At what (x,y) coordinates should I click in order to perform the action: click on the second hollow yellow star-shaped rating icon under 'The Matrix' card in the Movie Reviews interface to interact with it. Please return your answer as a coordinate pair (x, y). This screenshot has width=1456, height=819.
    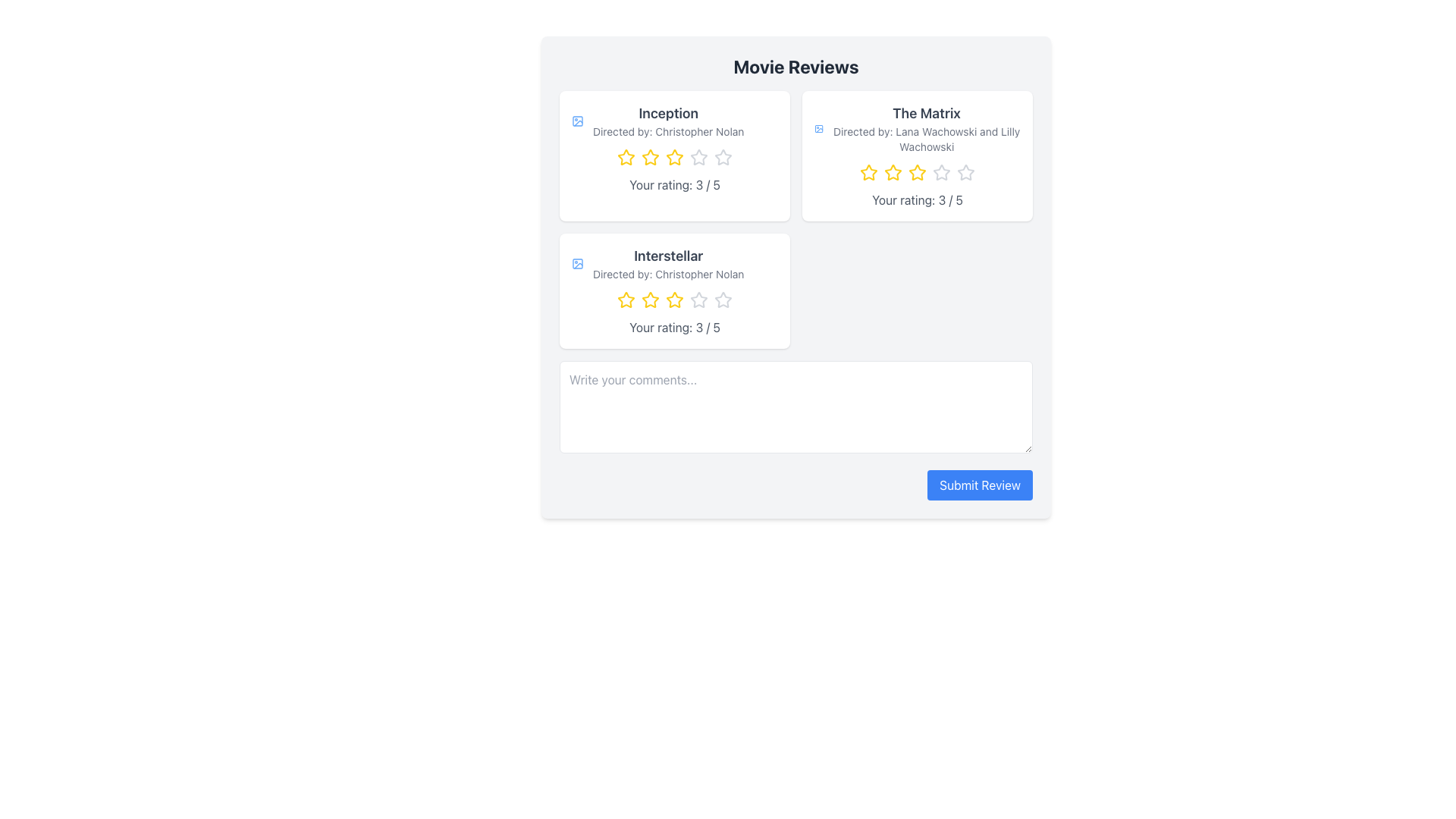
    Looking at the image, I should click on (893, 171).